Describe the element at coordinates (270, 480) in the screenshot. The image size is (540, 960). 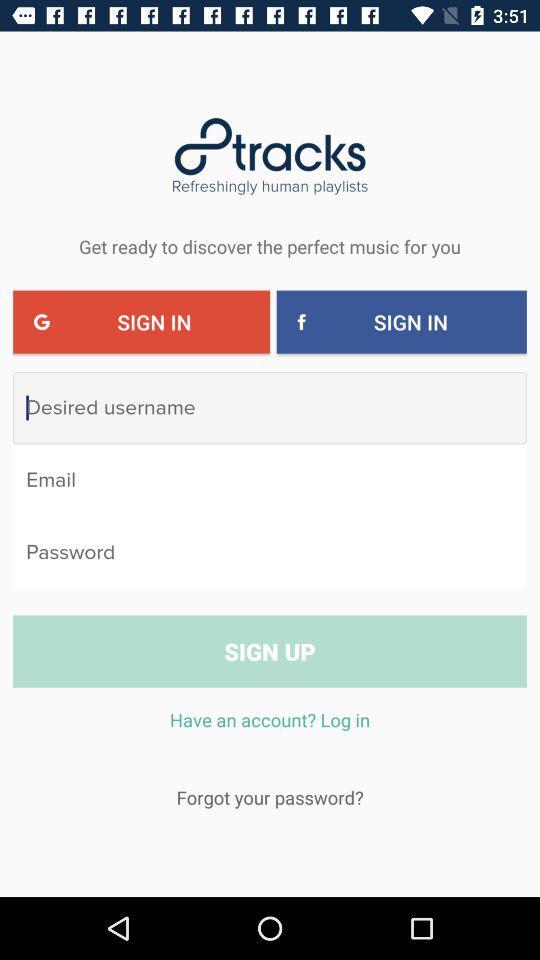
I see `write email` at that location.